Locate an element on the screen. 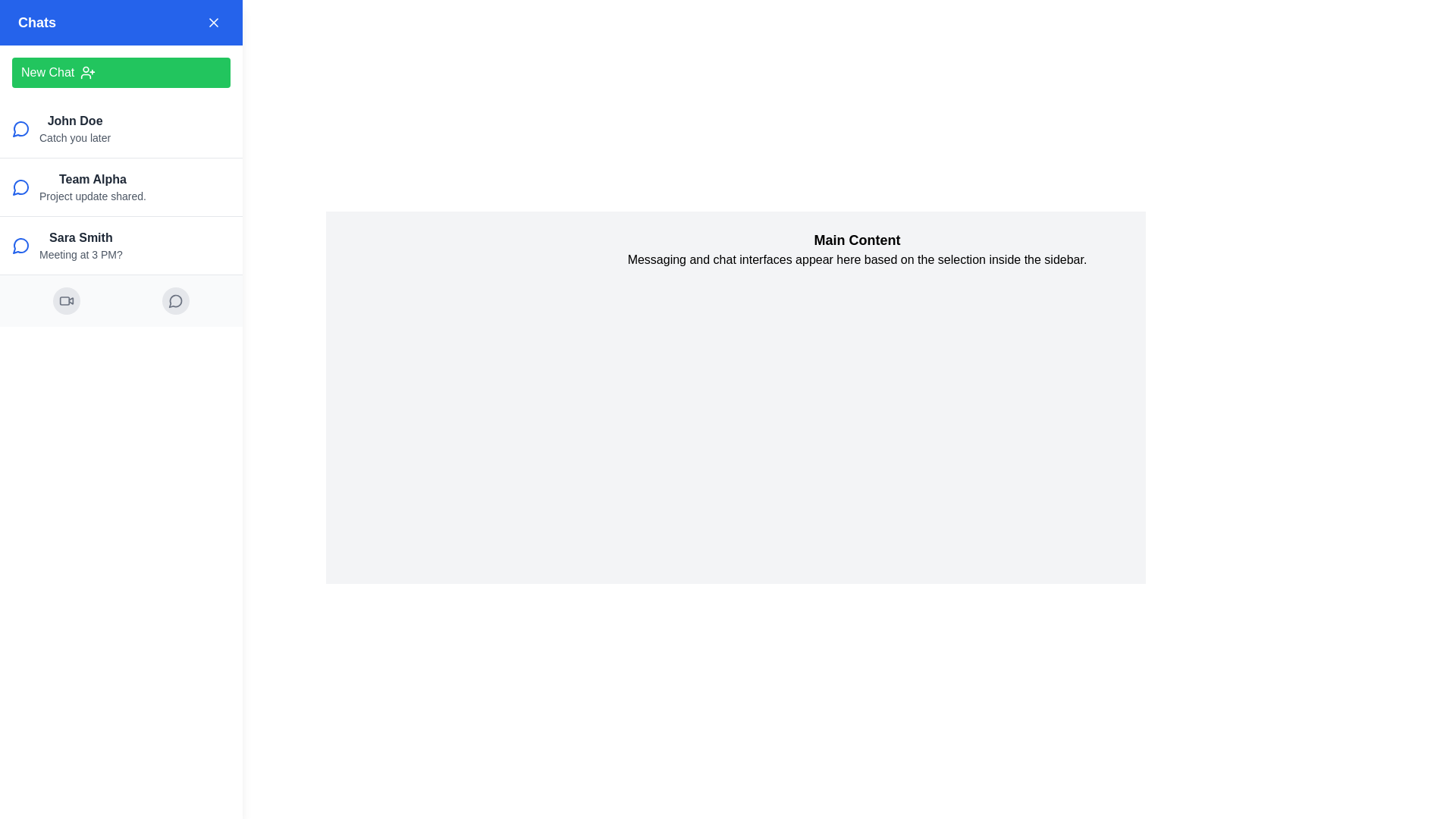 Image resolution: width=1456 pixels, height=819 pixels. the text display that shows 'Catch you later' located below 'John Doe' in the chat sidebar is located at coordinates (74, 137).